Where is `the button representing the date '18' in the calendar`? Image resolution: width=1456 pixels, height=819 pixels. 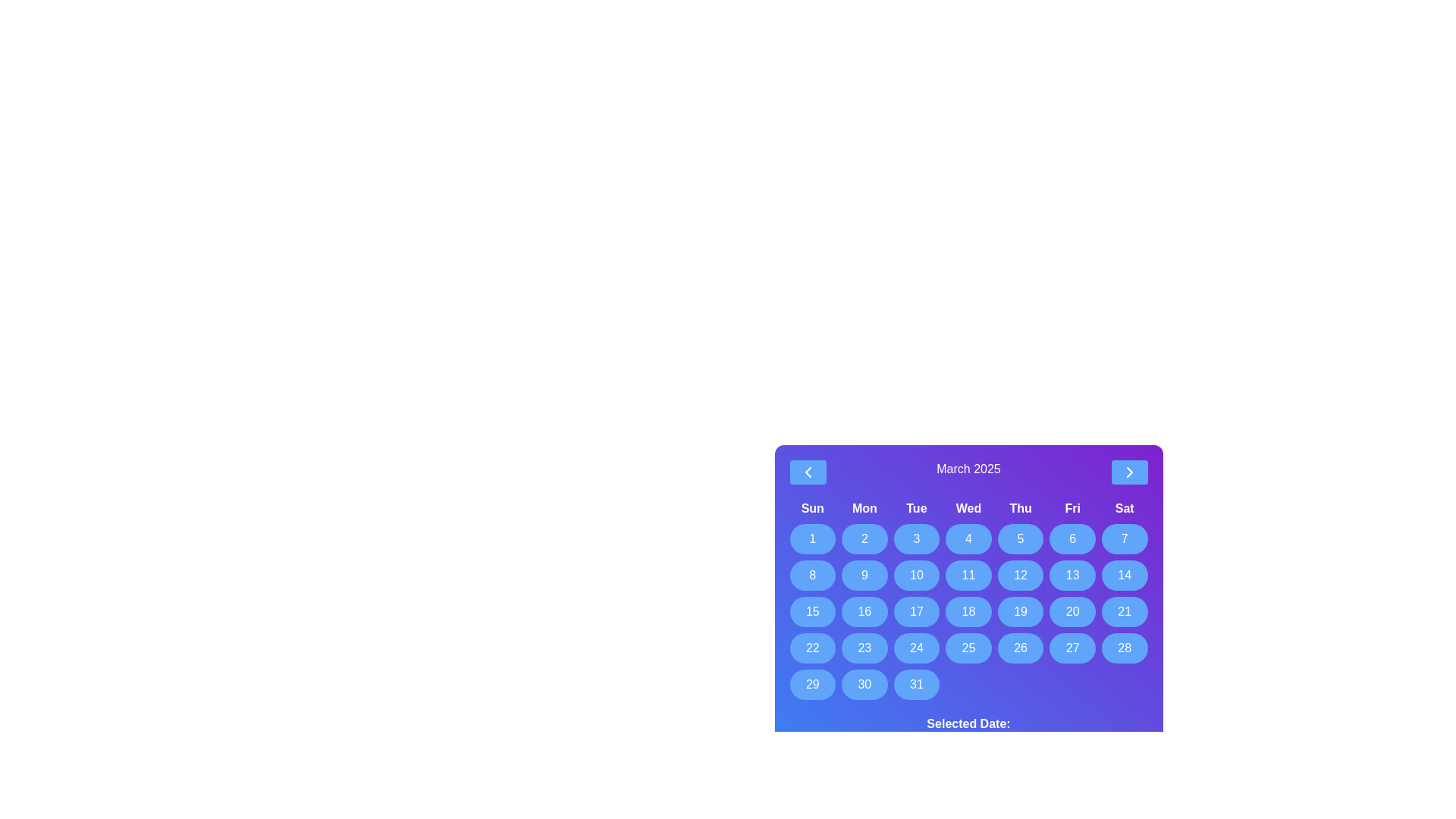
the button representing the date '18' in the calendar is located at coordinates (968, 610).